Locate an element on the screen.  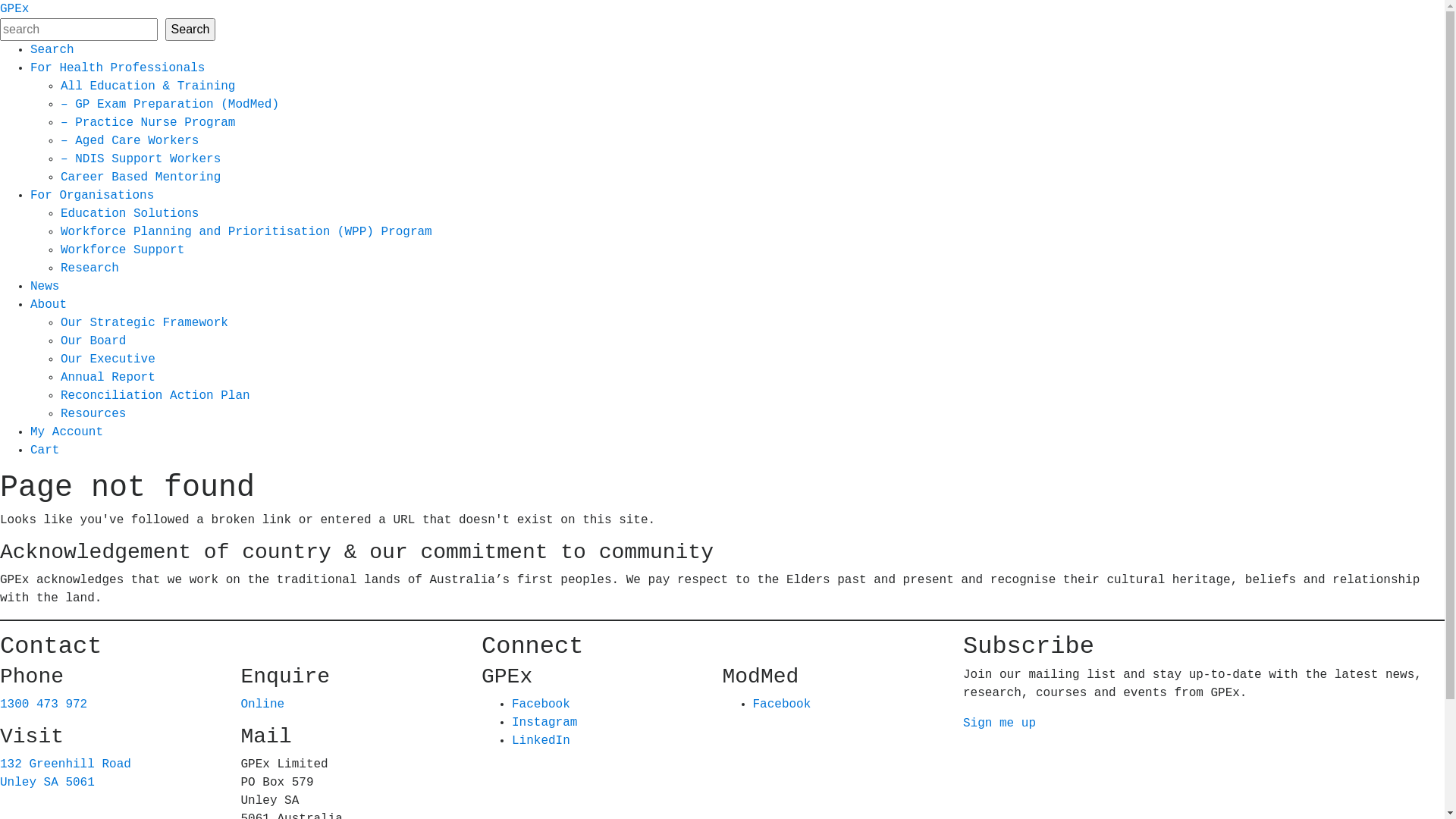
'Facebook' is located at coordinates (541, 704).